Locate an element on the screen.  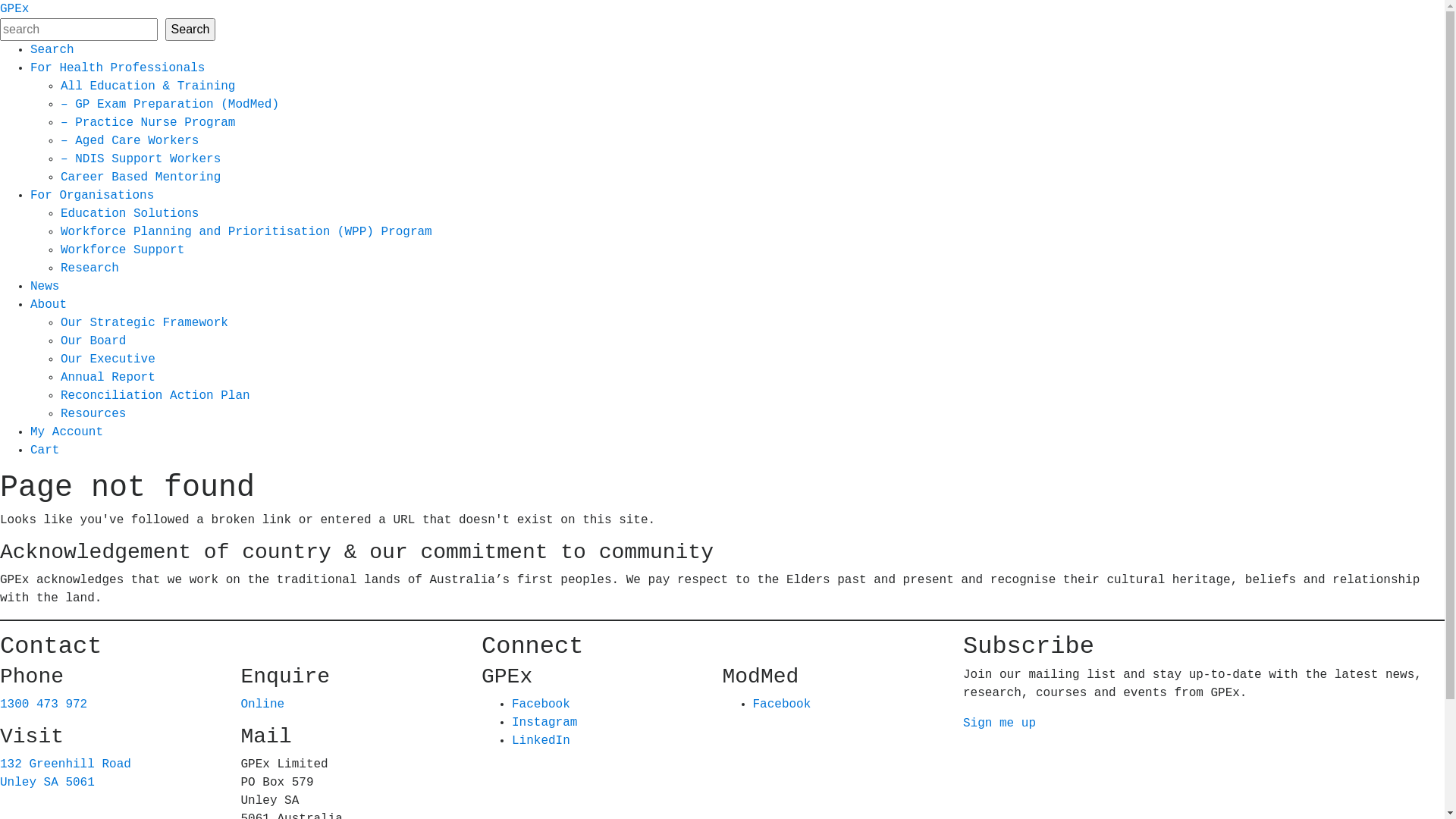
'Facebook' is located at coordinates (541, 704).